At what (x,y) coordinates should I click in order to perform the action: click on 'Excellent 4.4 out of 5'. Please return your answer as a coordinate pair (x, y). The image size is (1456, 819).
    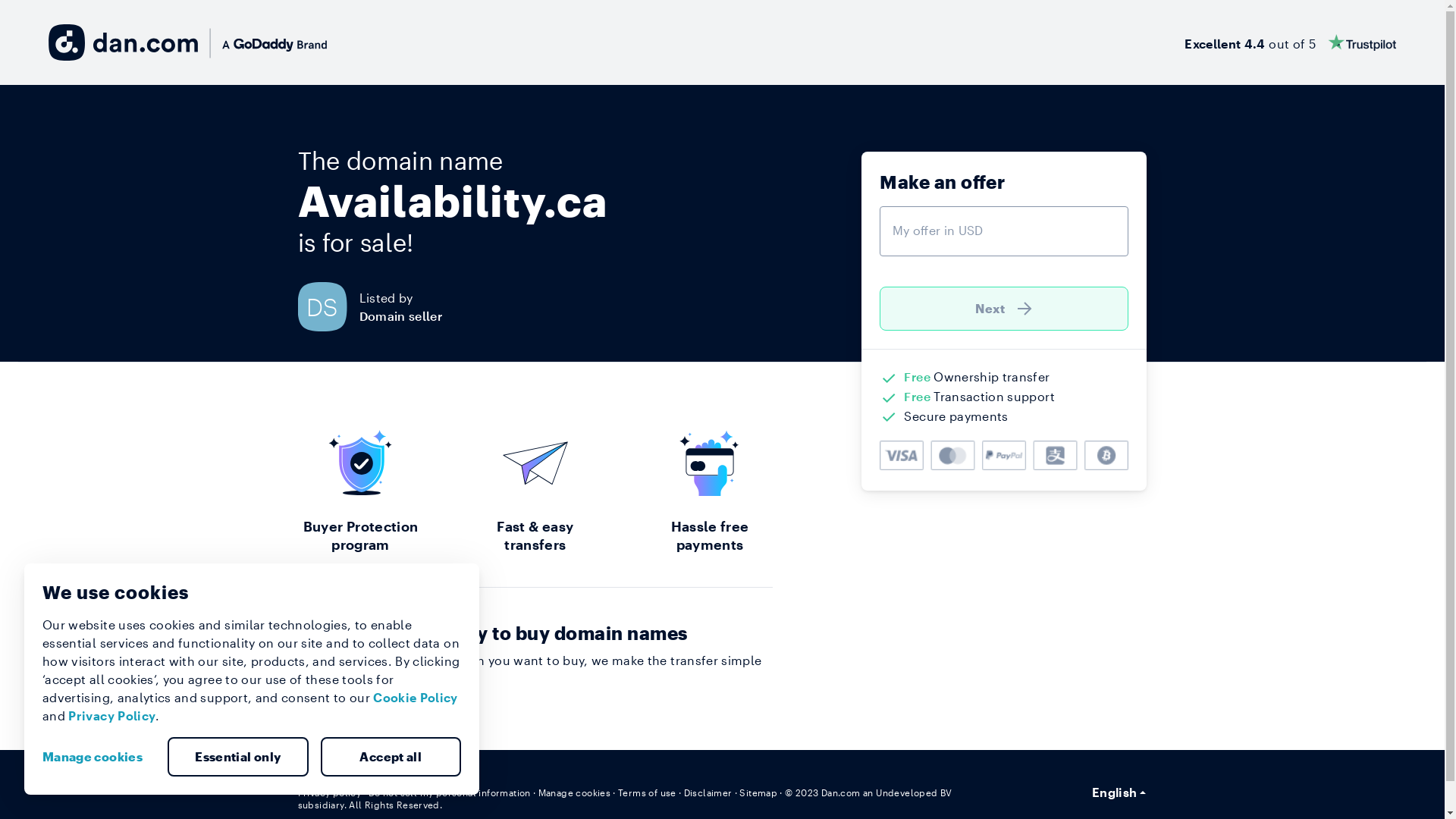
    Looking at the image, I should click on (1289, 42).